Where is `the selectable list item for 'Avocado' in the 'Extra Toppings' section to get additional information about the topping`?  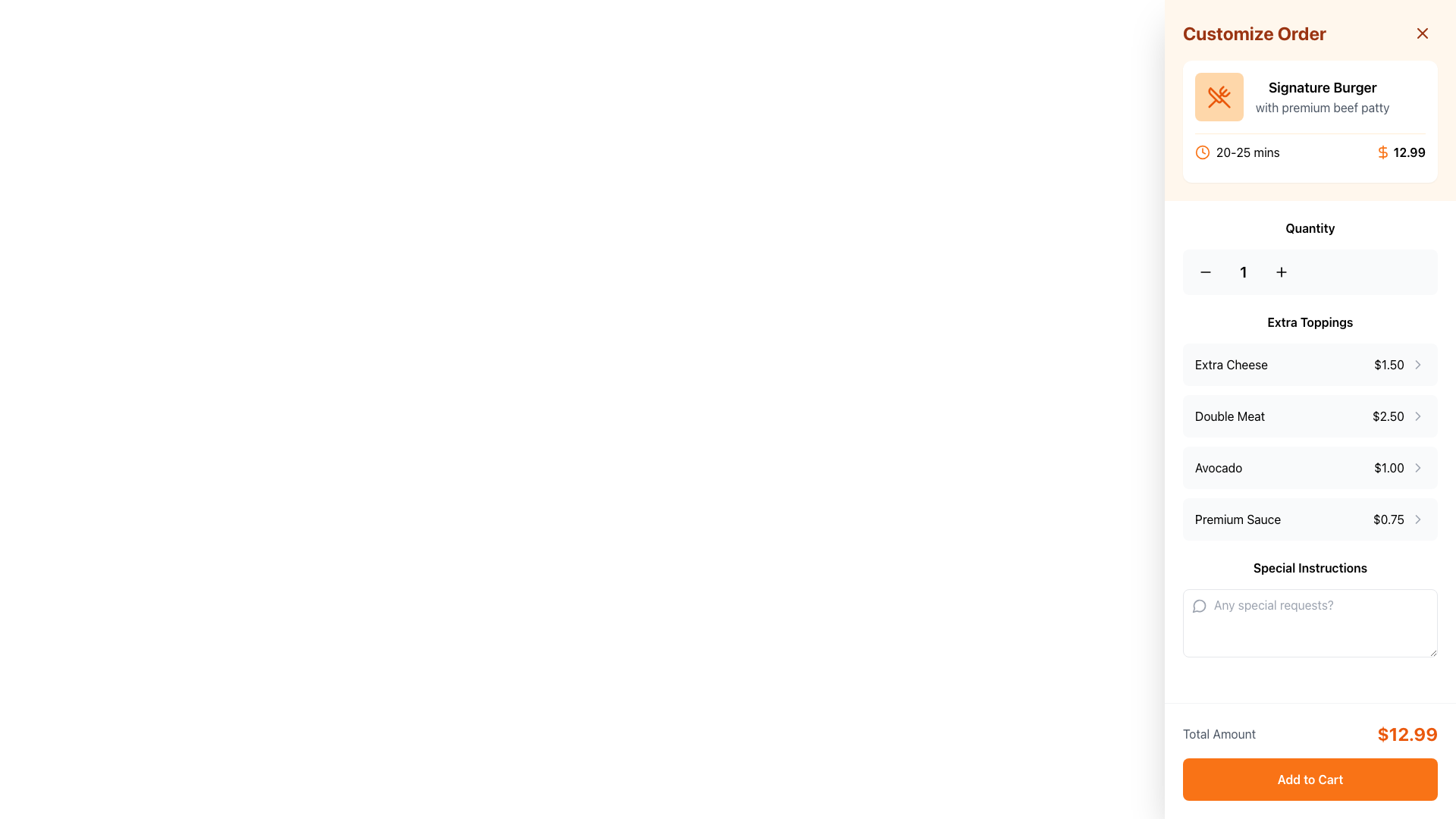 the selectable list item for 'Avocado' in the 'Extra Toppings' section to get additional information about the topping is located at coordinates (1310, 467).